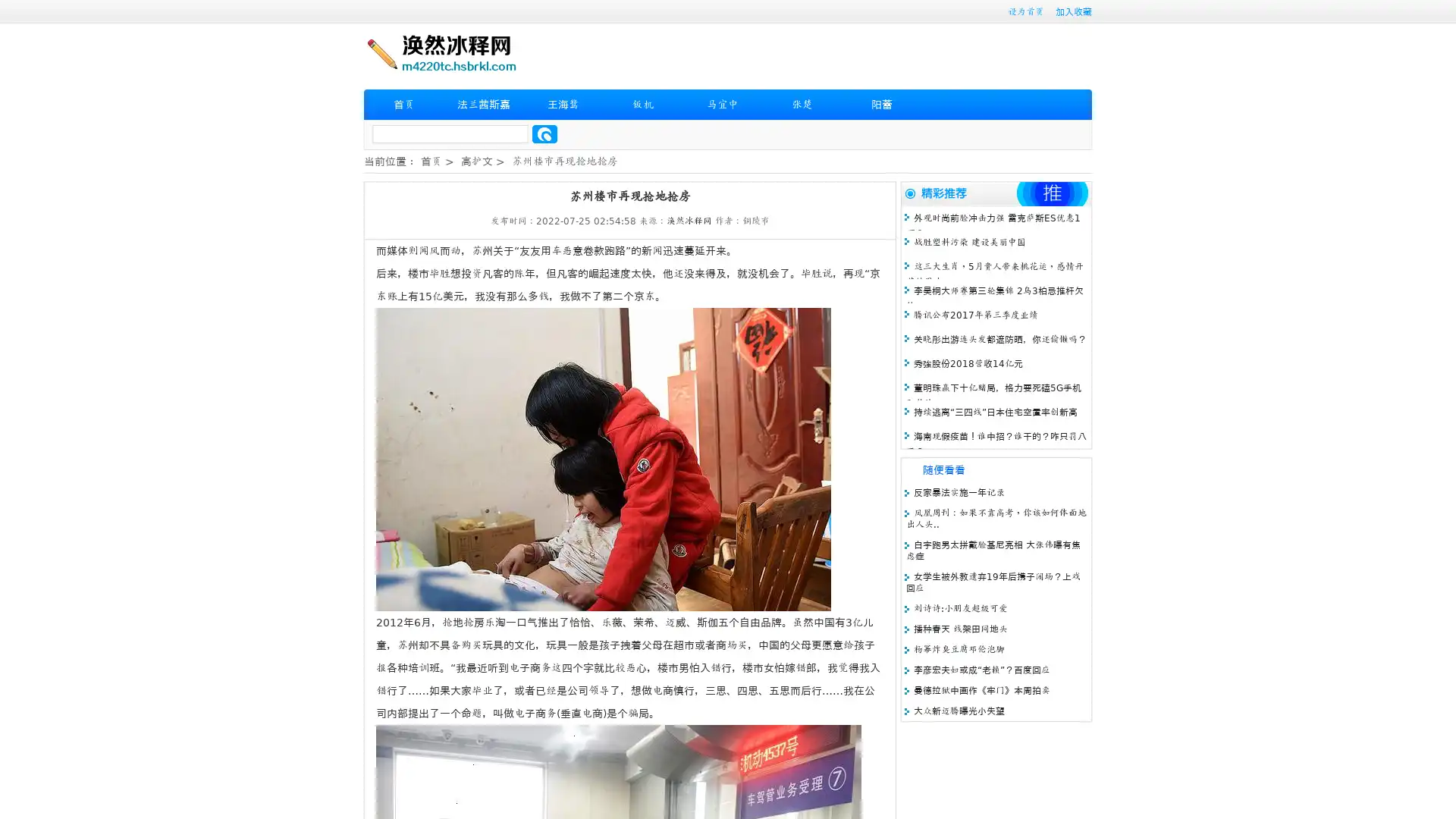  What do you see at coordinates (544, 133) in the screenshot?
I see `Search` at bounding box center [544, 133].